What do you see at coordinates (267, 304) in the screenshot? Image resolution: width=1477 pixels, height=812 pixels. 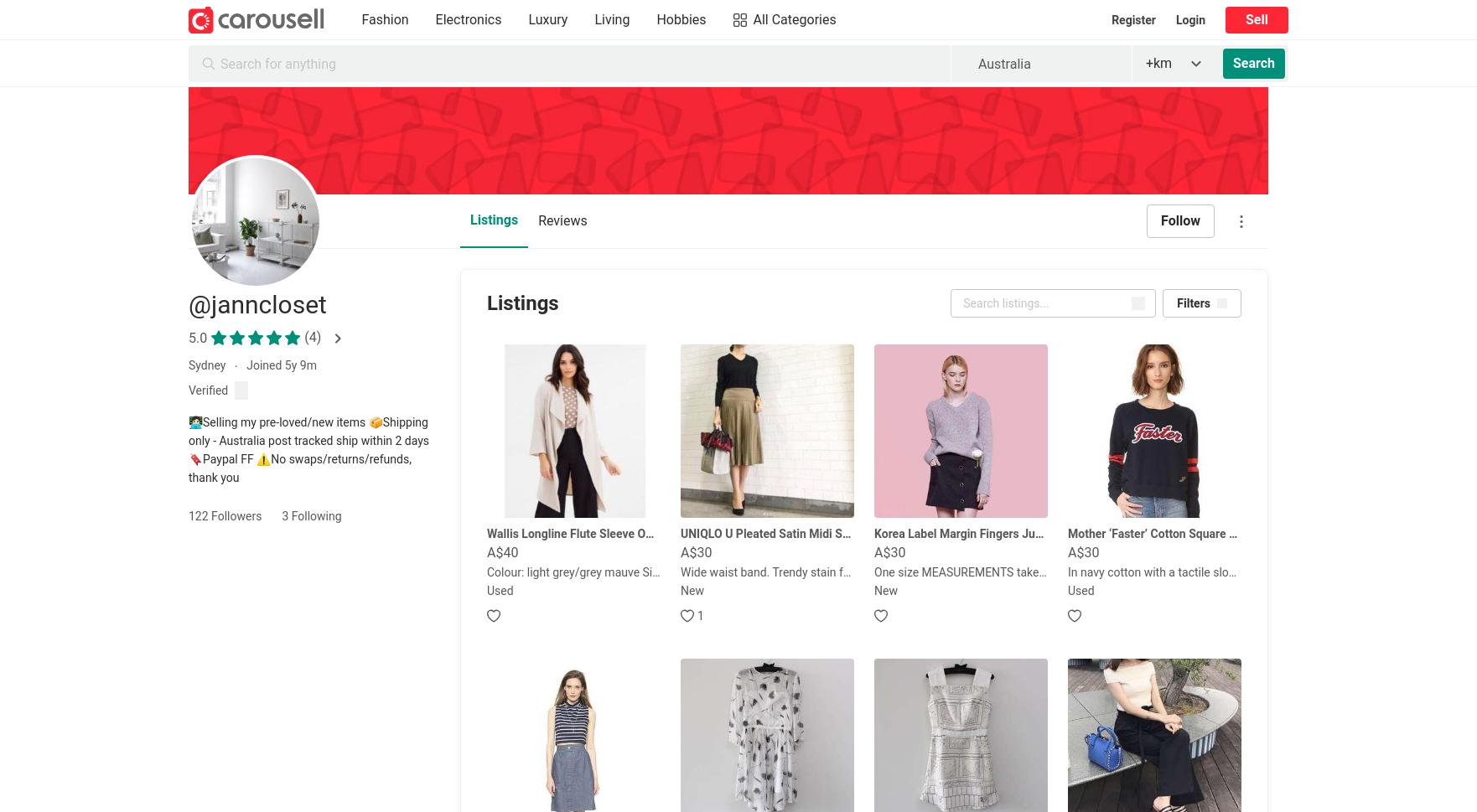 I see `'janncloset'` at bounding box center [267, 304].